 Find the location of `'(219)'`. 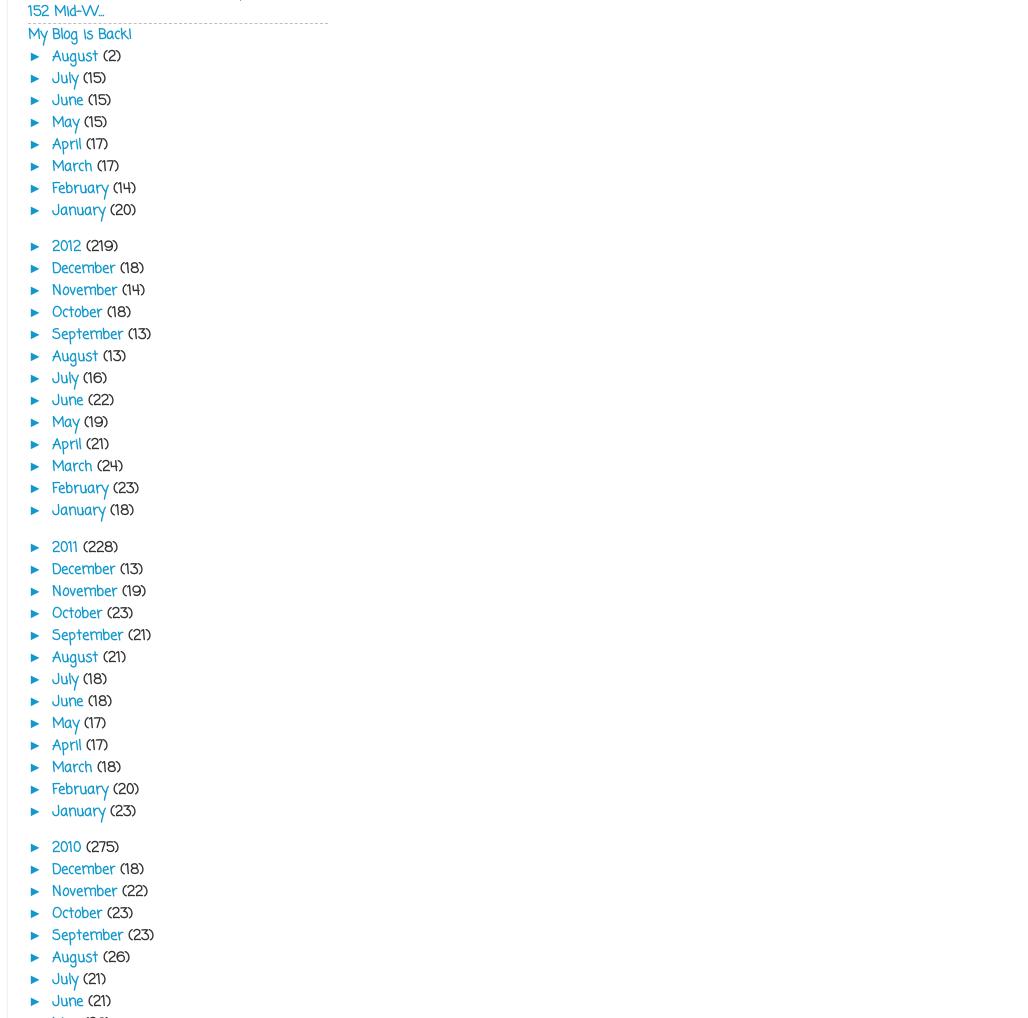

'(219)' is located at coordinates (100, 245).